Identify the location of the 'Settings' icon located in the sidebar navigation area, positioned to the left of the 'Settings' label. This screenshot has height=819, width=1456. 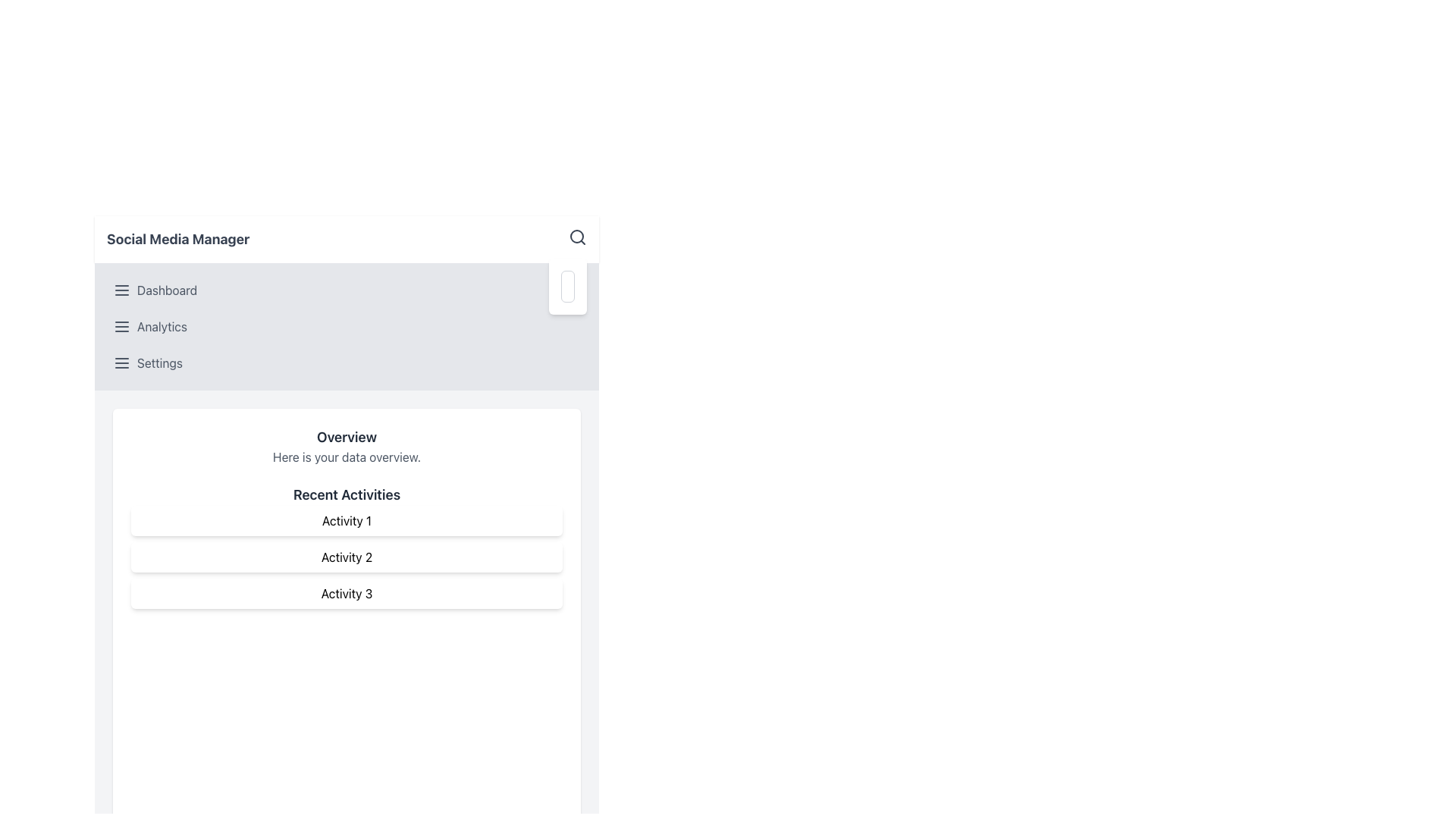
(122, 362).